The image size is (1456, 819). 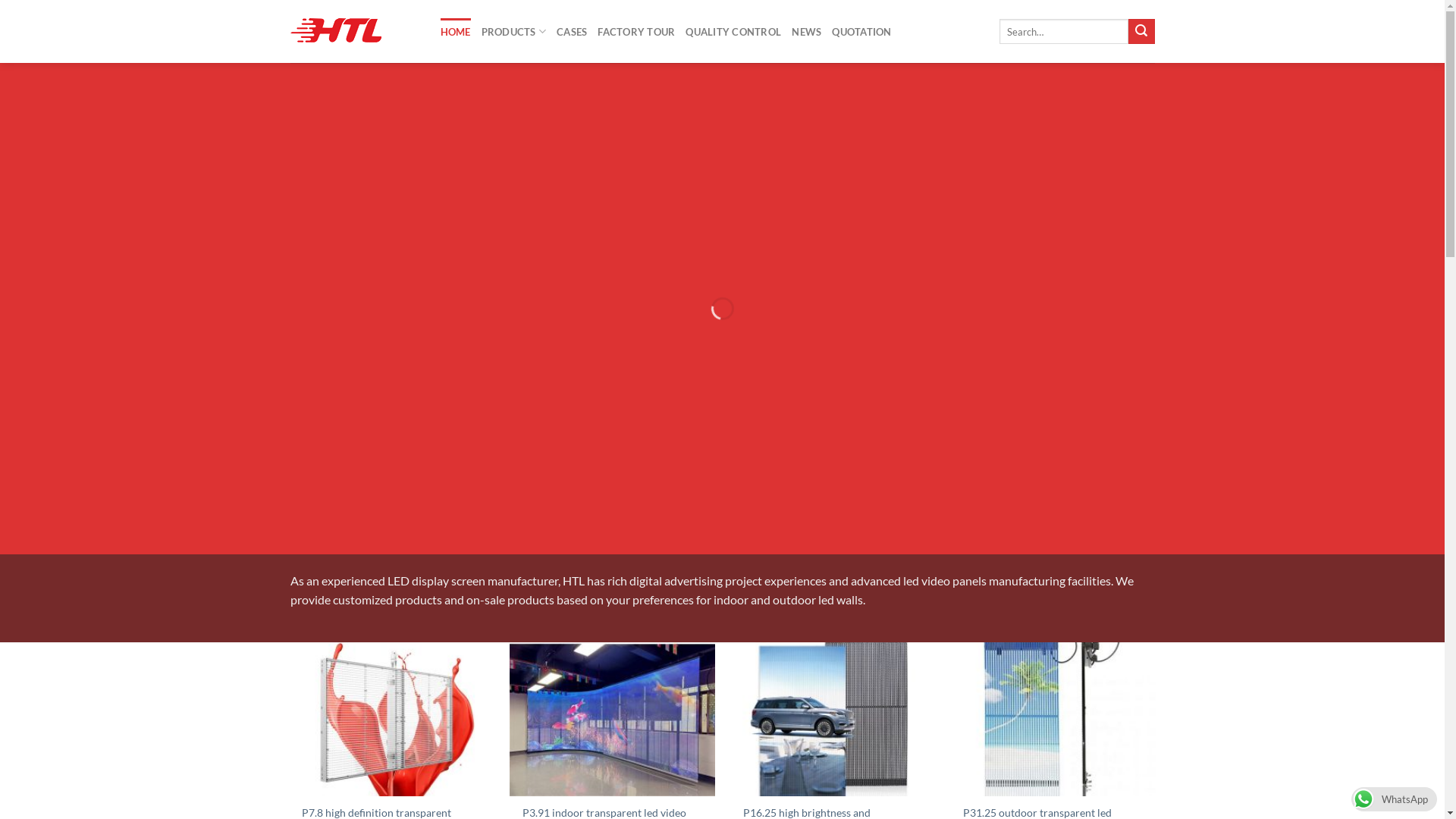 I want to click on 'WhatsApp', so click(x=1394, y=797).